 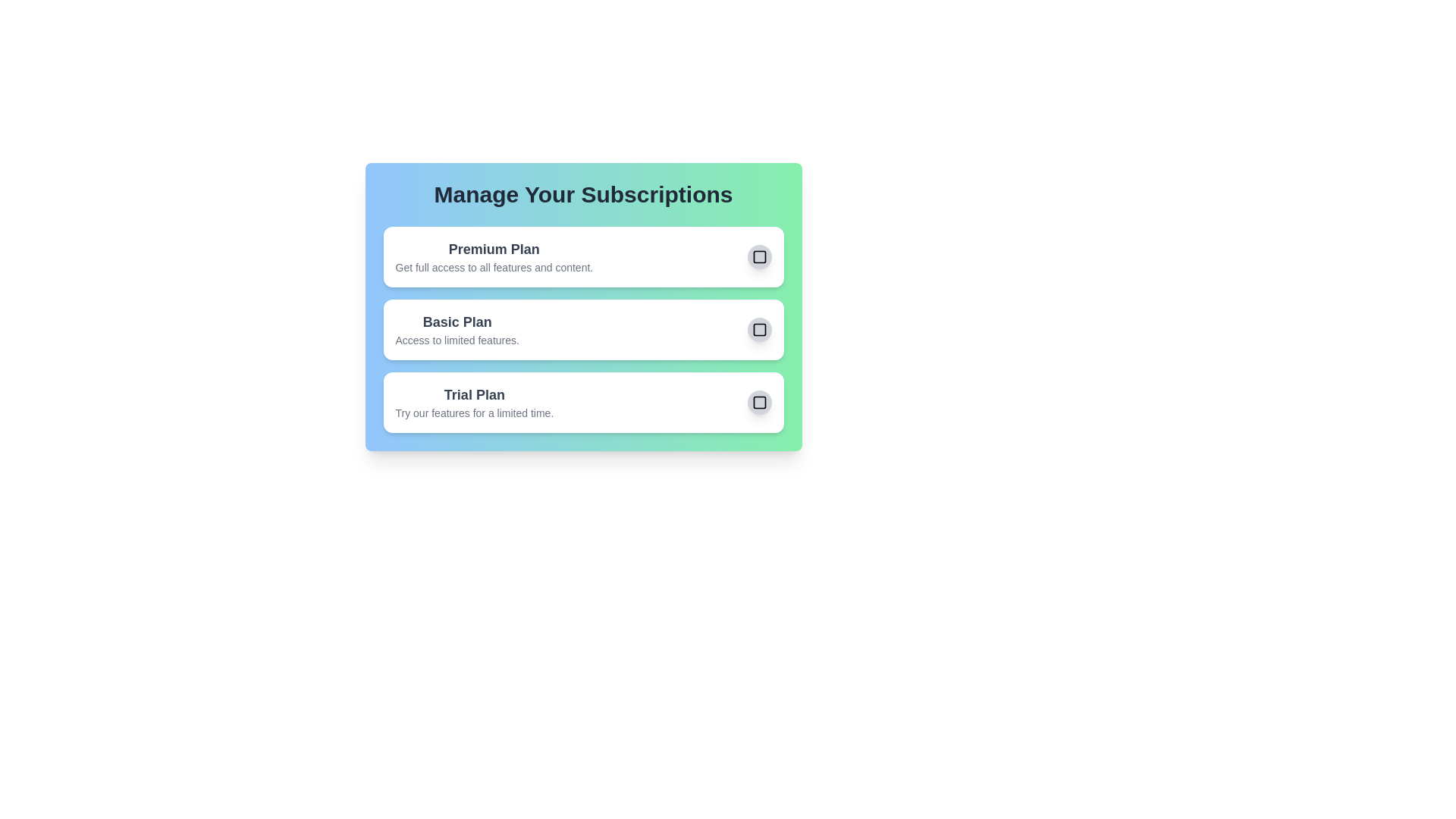 I want to click on the 'Trial Plan' card, which is the last card in the 'Manage Your Subscriptions' section, so click(x=582, y=402).